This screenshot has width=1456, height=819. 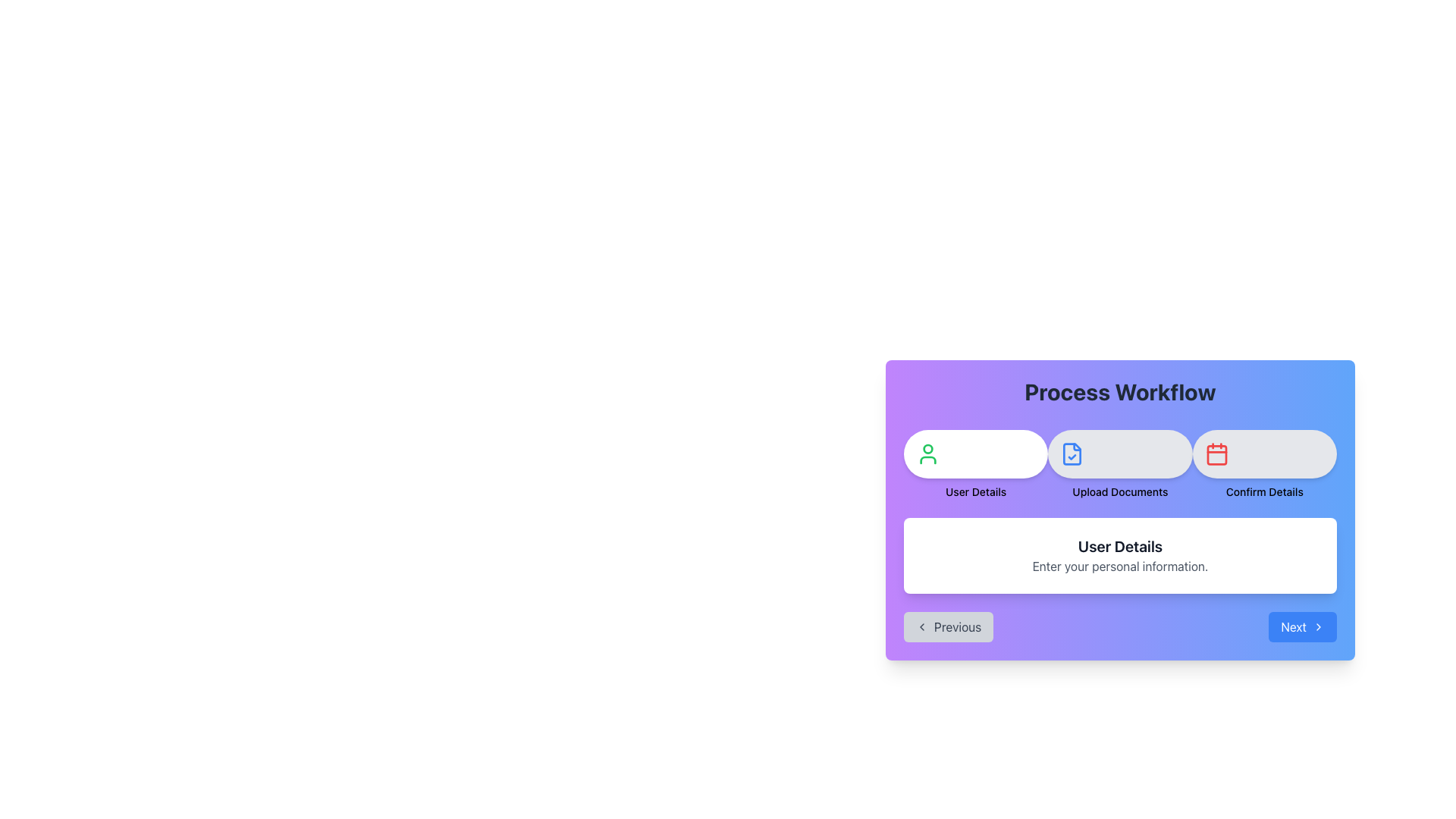 I want to click on the 'Confirm Details' step indicator button in the Process Workflow section, so click(x=1264, y=464).